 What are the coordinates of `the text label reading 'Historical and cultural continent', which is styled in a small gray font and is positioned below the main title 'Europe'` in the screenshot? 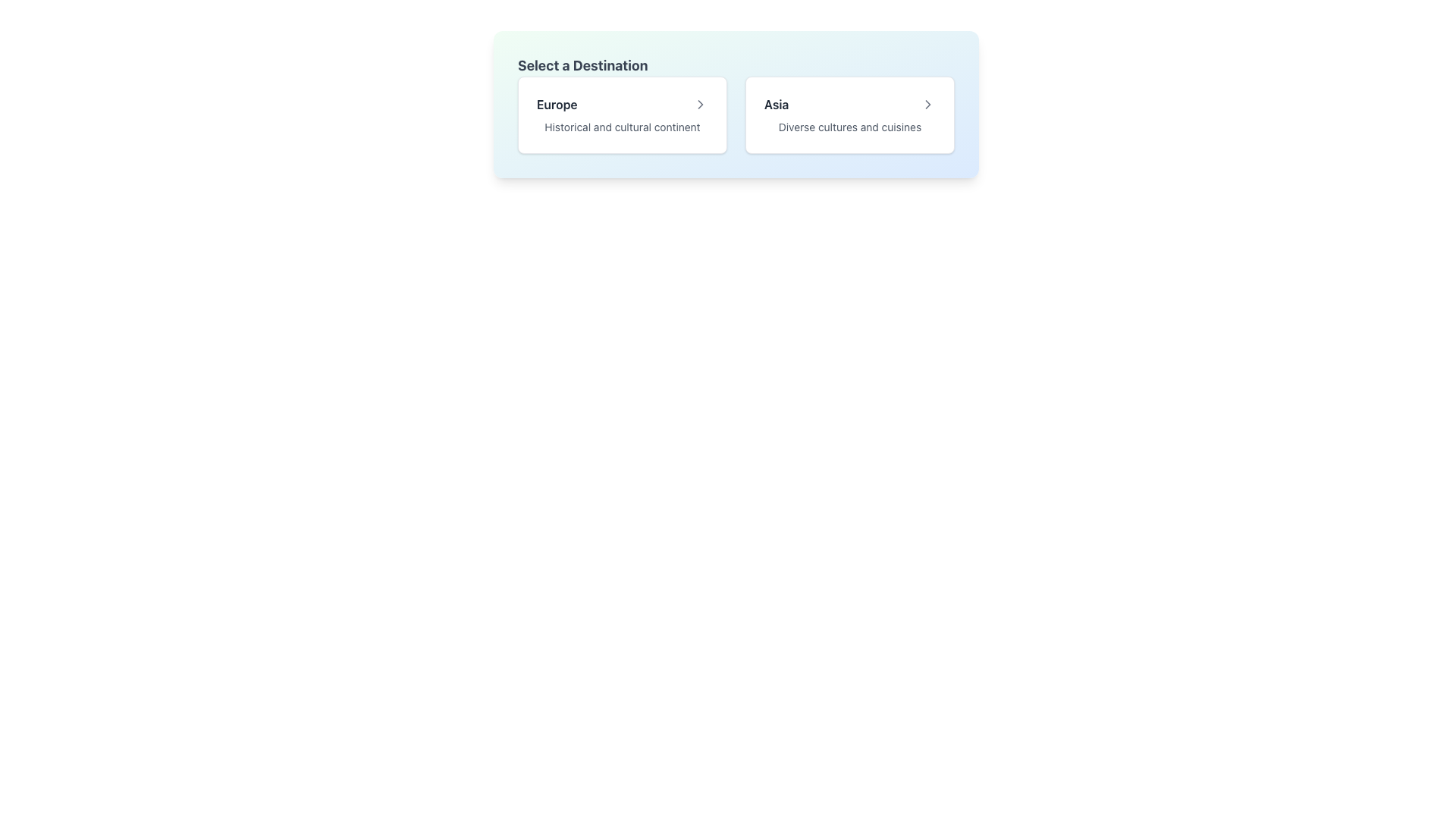 It's located at (622, 127).